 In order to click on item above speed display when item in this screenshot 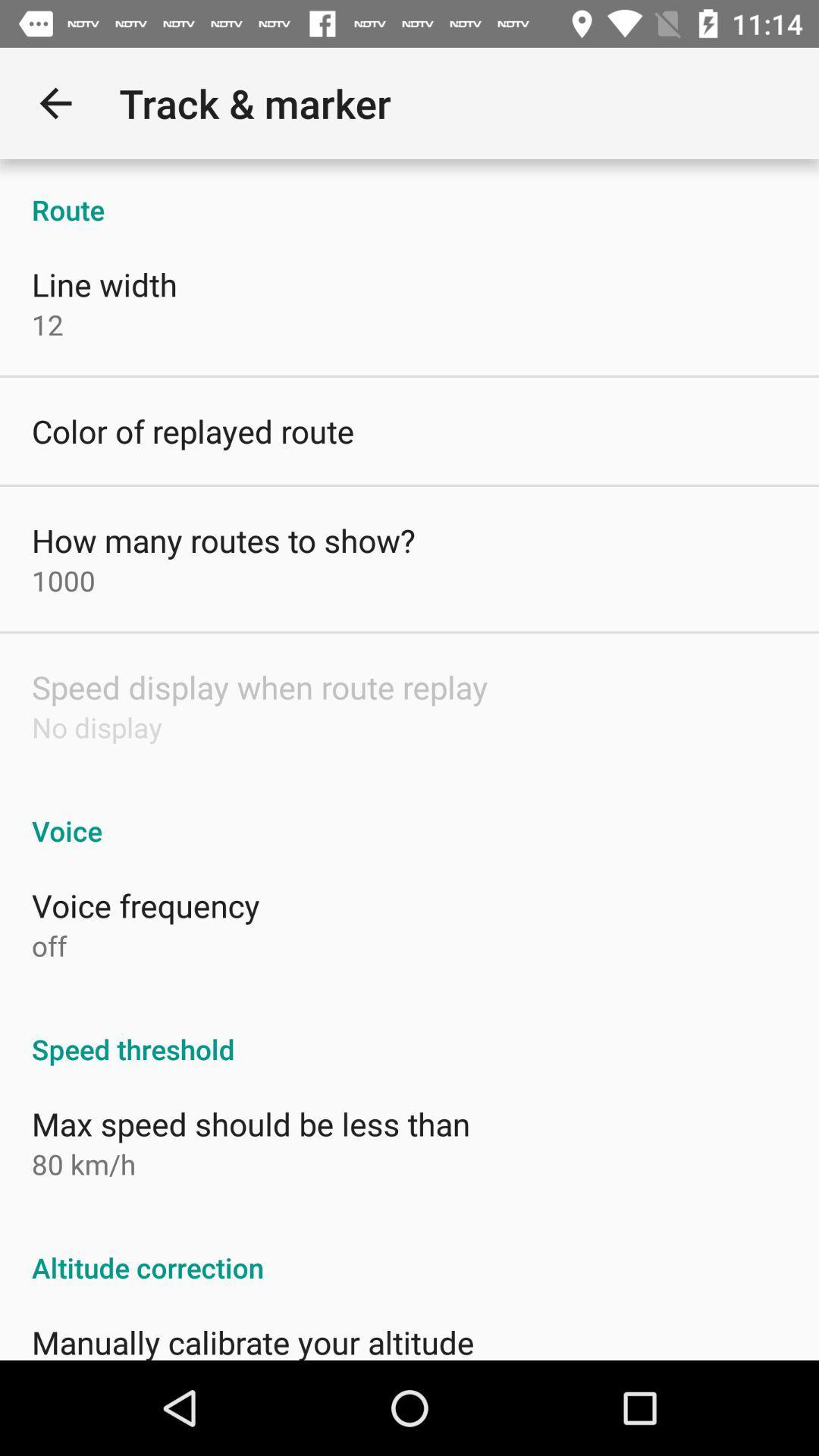, I will do `click(63, 579)`.